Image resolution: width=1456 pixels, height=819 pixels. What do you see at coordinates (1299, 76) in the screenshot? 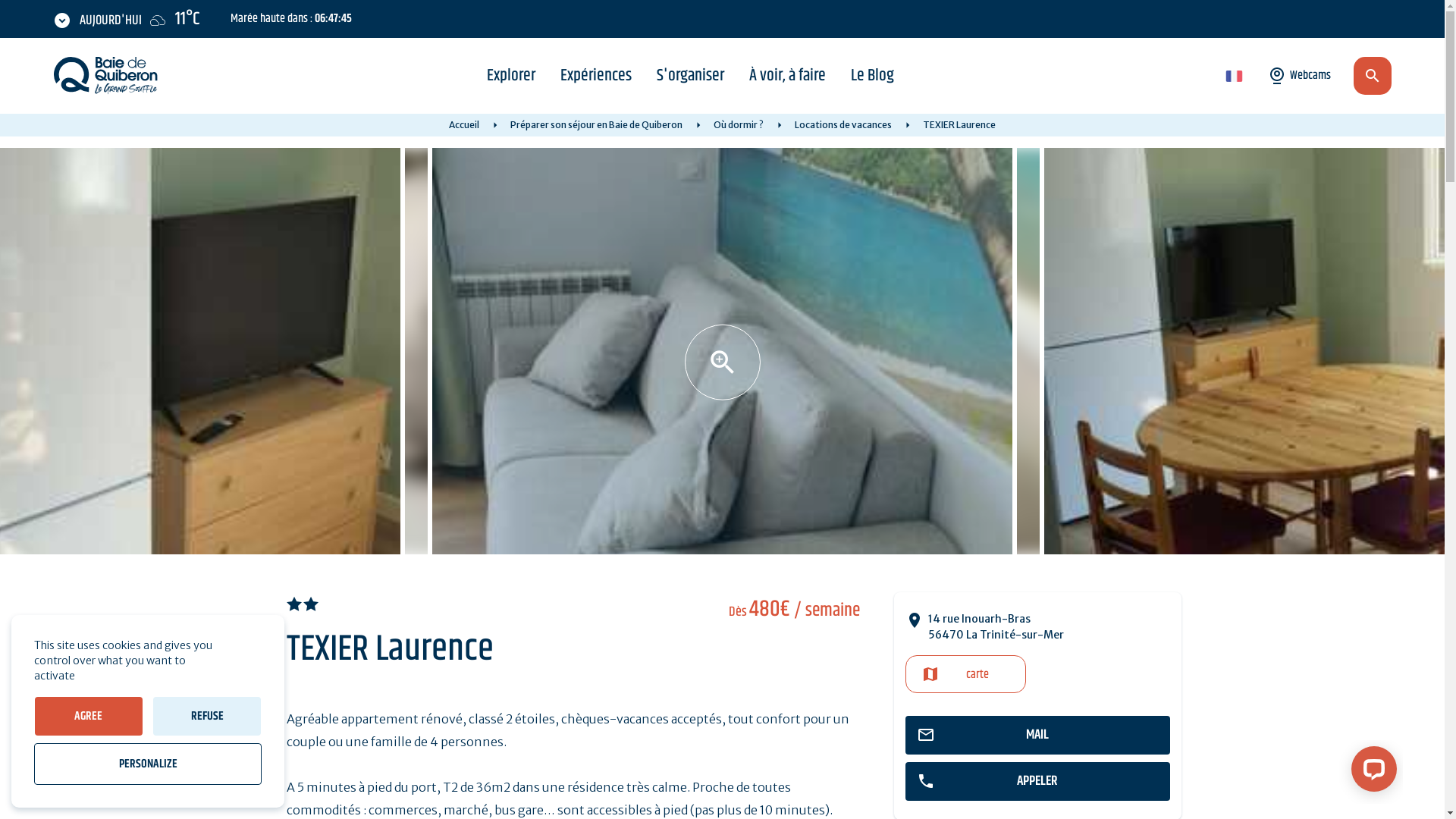
I see `'Webcams'` at bounding box center [1299, 76].